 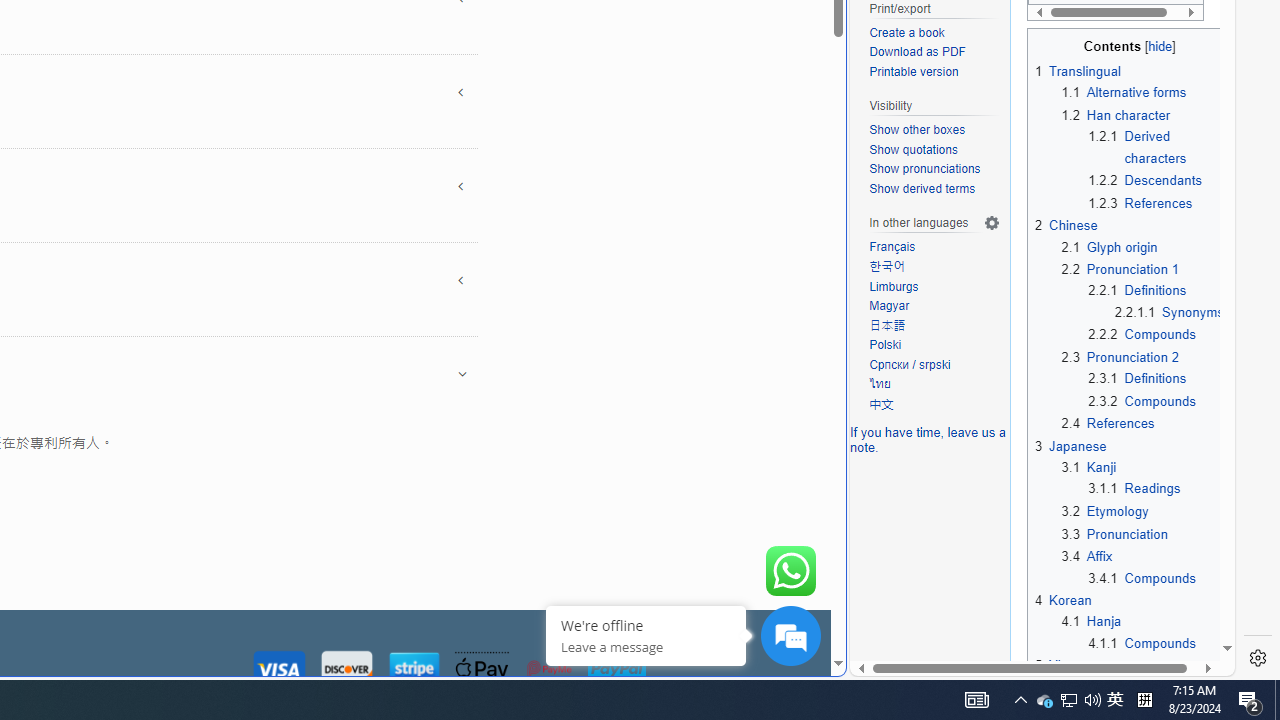 What do you see at coordinates (1156, 488) in the screenshot?
I see `'3.1.1Readings'` at bounding box center [1156, 488].